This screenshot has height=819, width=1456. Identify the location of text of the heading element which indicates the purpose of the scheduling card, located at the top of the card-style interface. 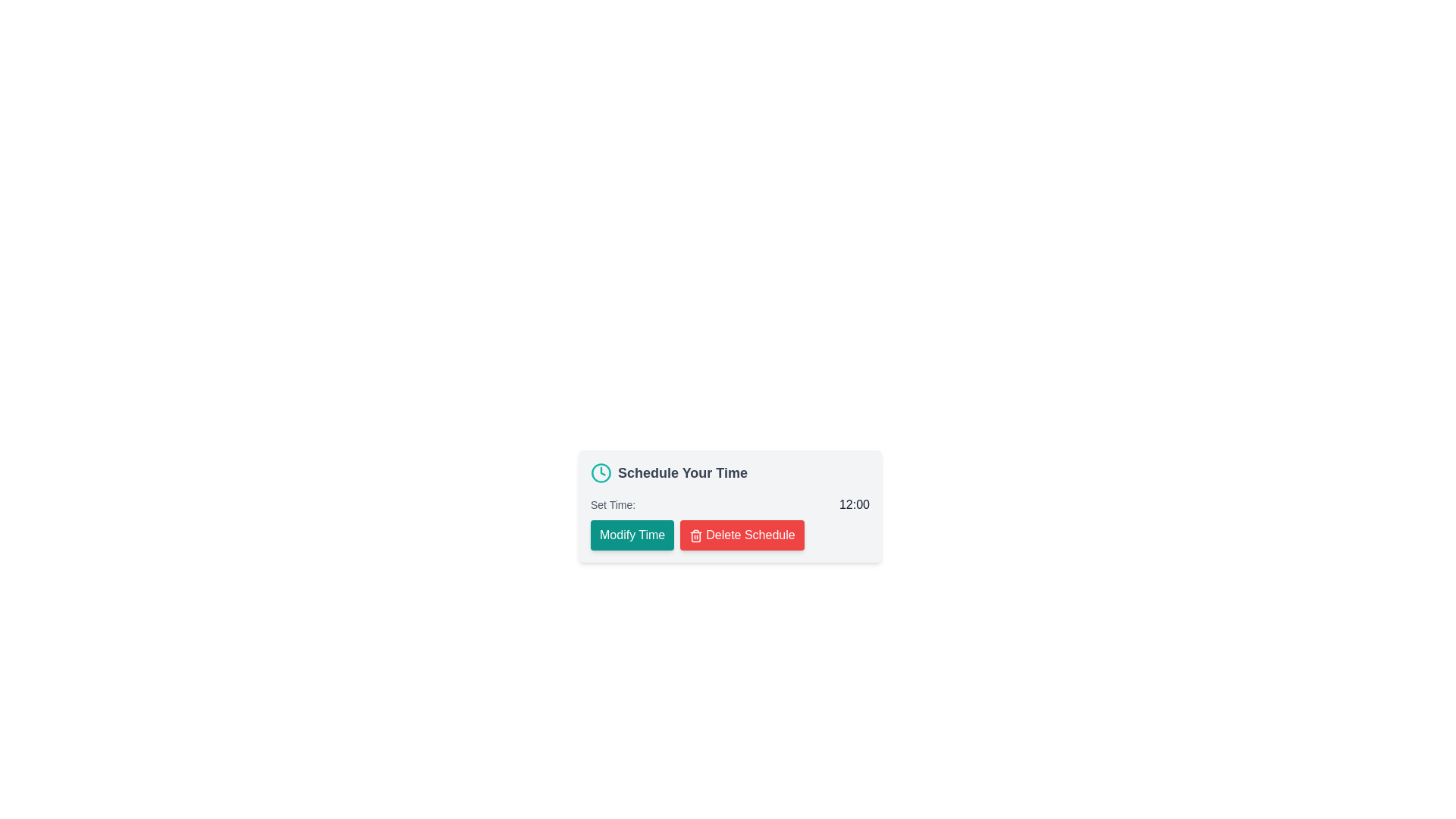
(730, 472).